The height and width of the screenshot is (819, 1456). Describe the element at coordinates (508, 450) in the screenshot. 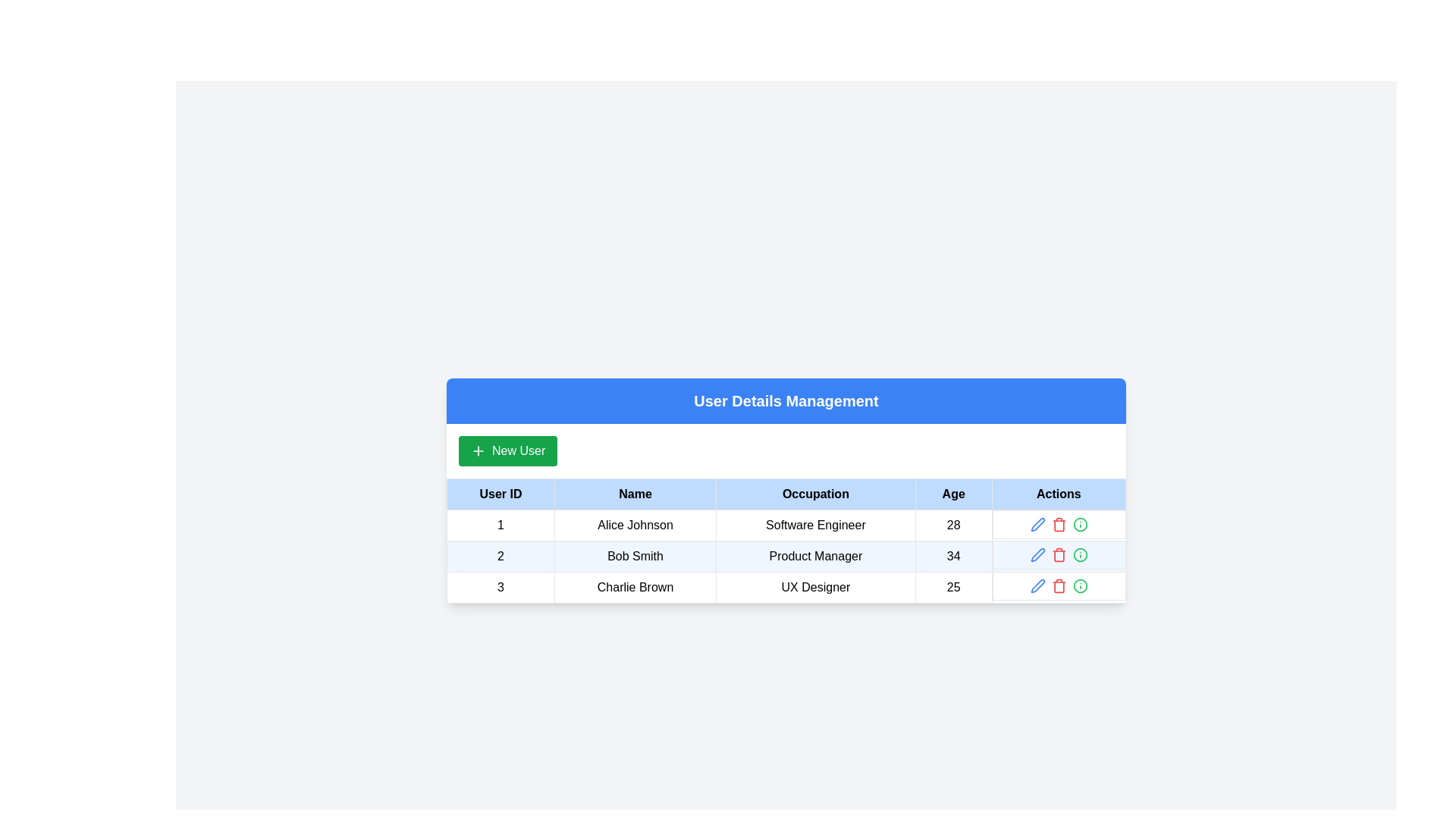

I see `keyboard navigation` at that location.